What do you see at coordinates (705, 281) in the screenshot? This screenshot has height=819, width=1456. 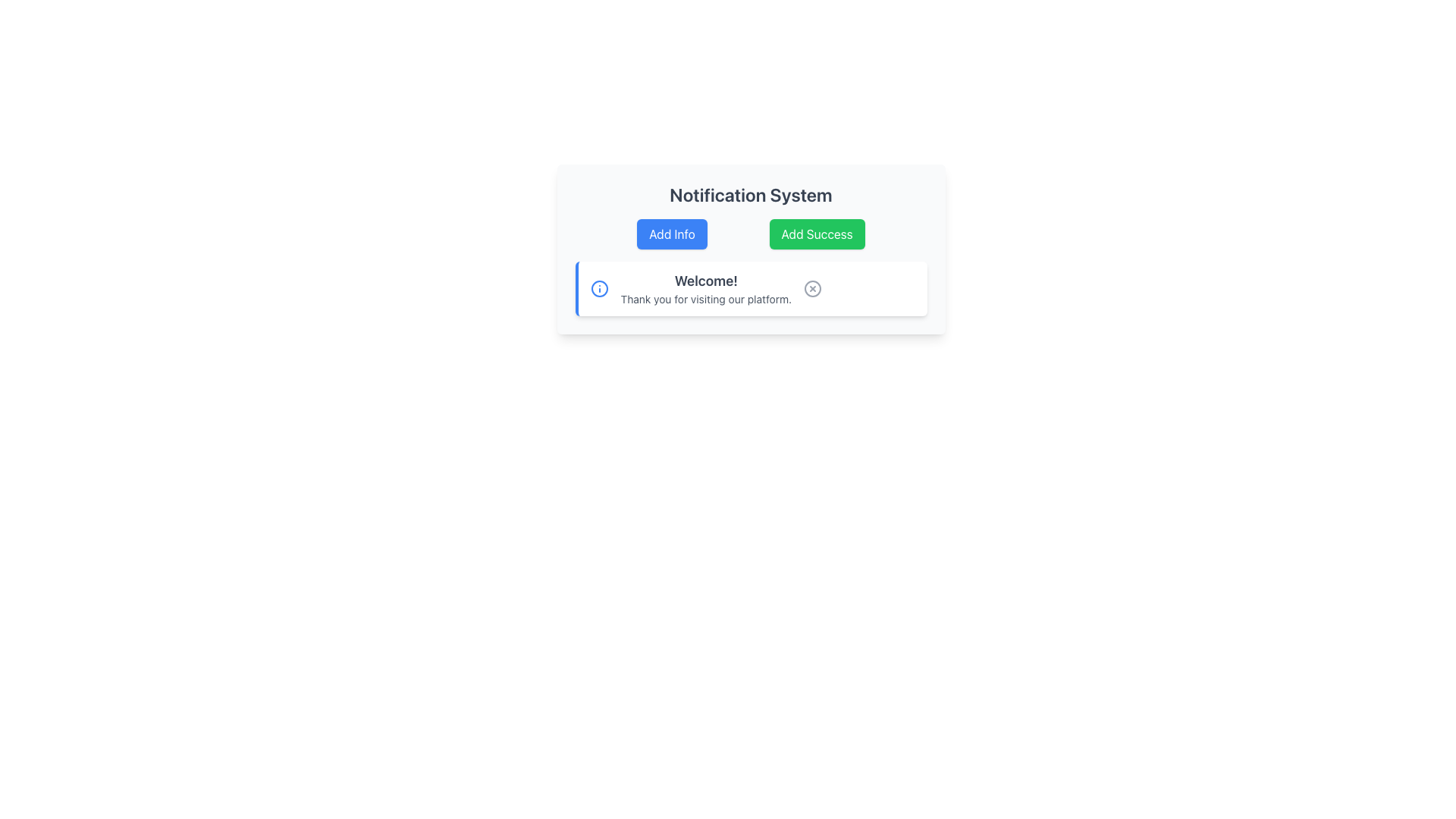 I see `the bolded text 'Welcome!' styled in a large dark gray font within the notification card of the Notification System panel` at bounding box center [705, 281].